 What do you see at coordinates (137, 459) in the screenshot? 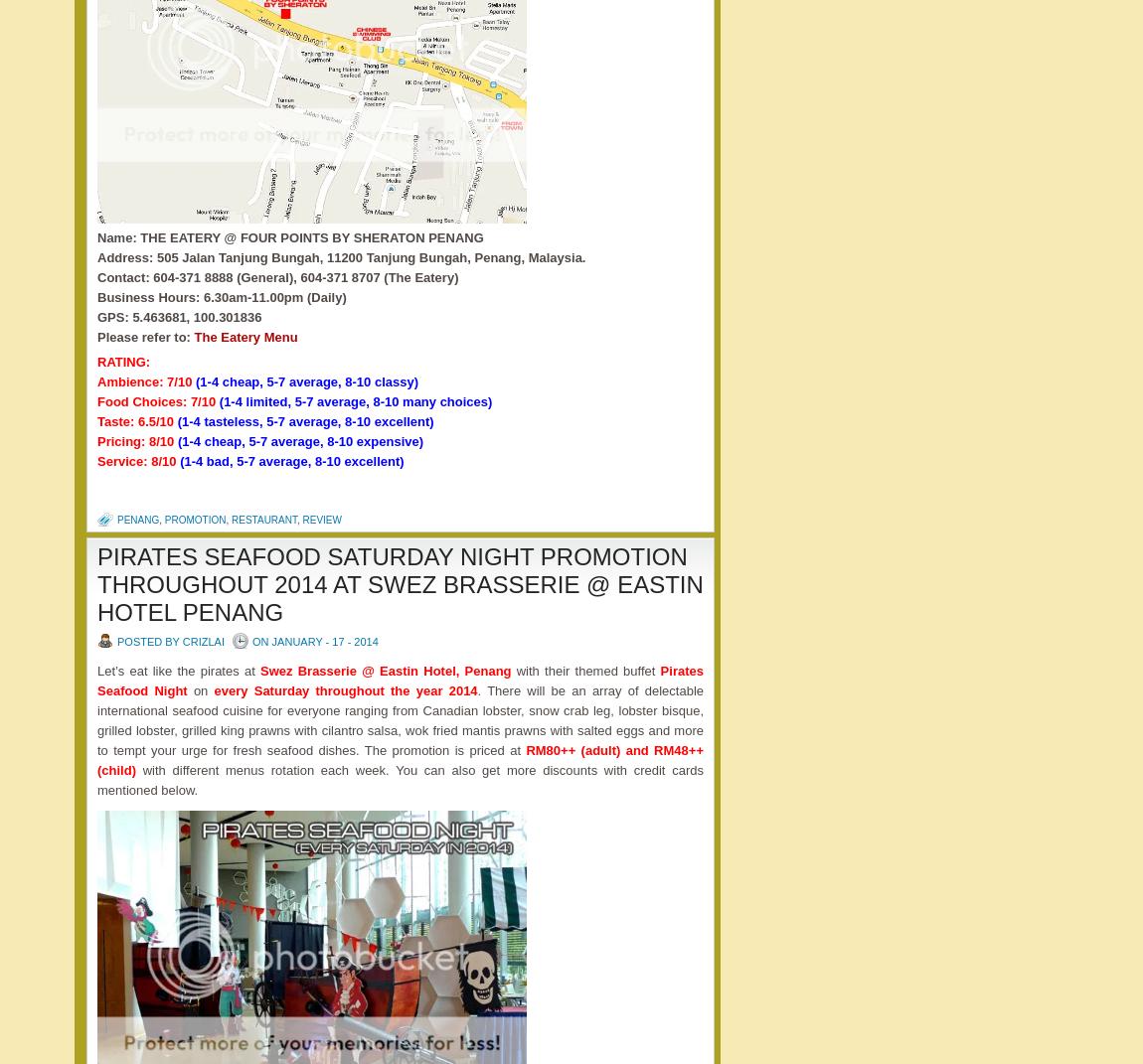
I see `'Service: 8/10'` at bounding box center [137, 459].